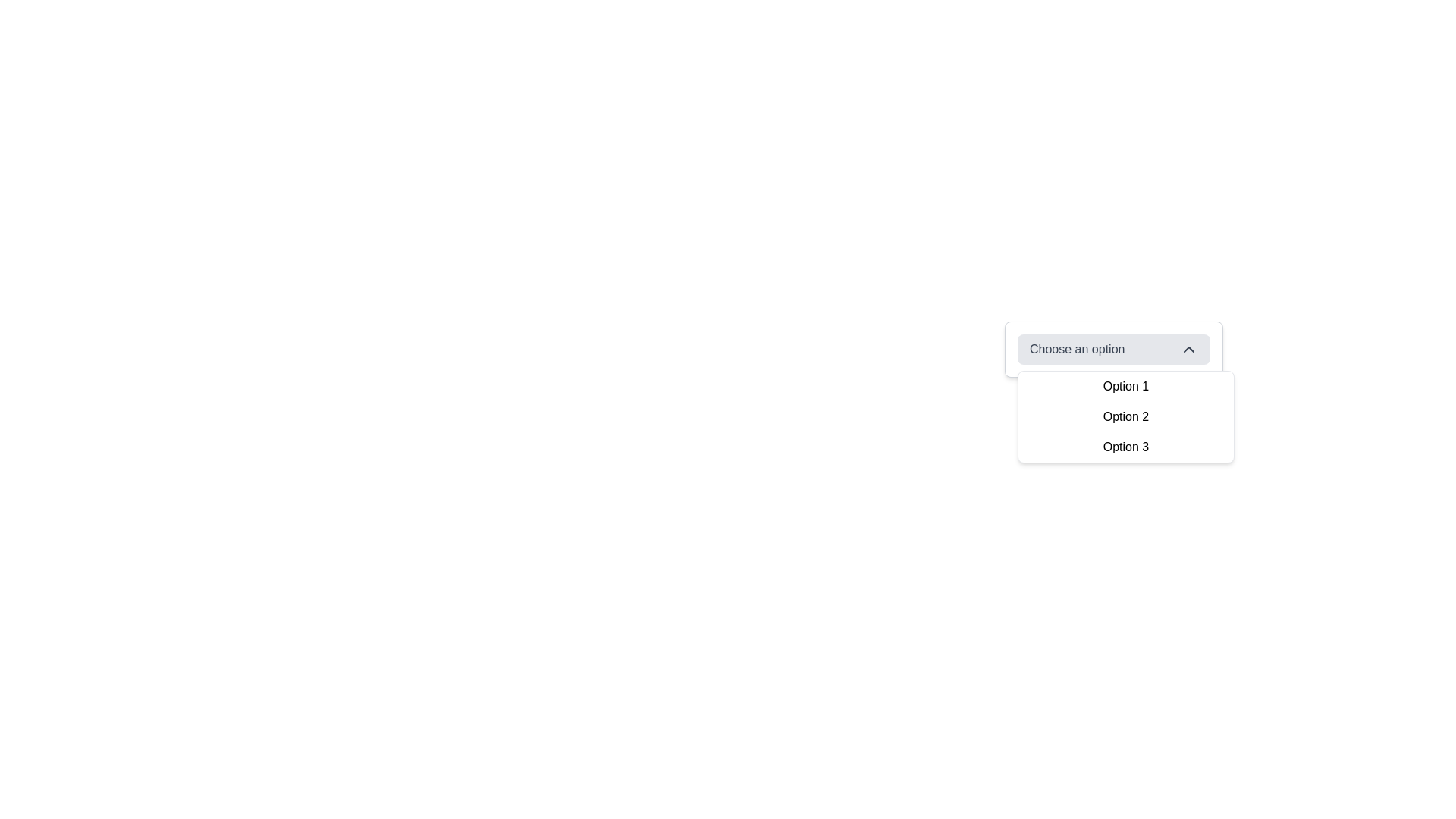  What do you see at coordinates (1125, 417) in the screenshot?
I see `the dropdown menu containing options 'Option 1,' 'Option 2,' and 'Option 3,' which is located directly below the button labeled 'Choose an option.'` at bounding box center [1125, 417].